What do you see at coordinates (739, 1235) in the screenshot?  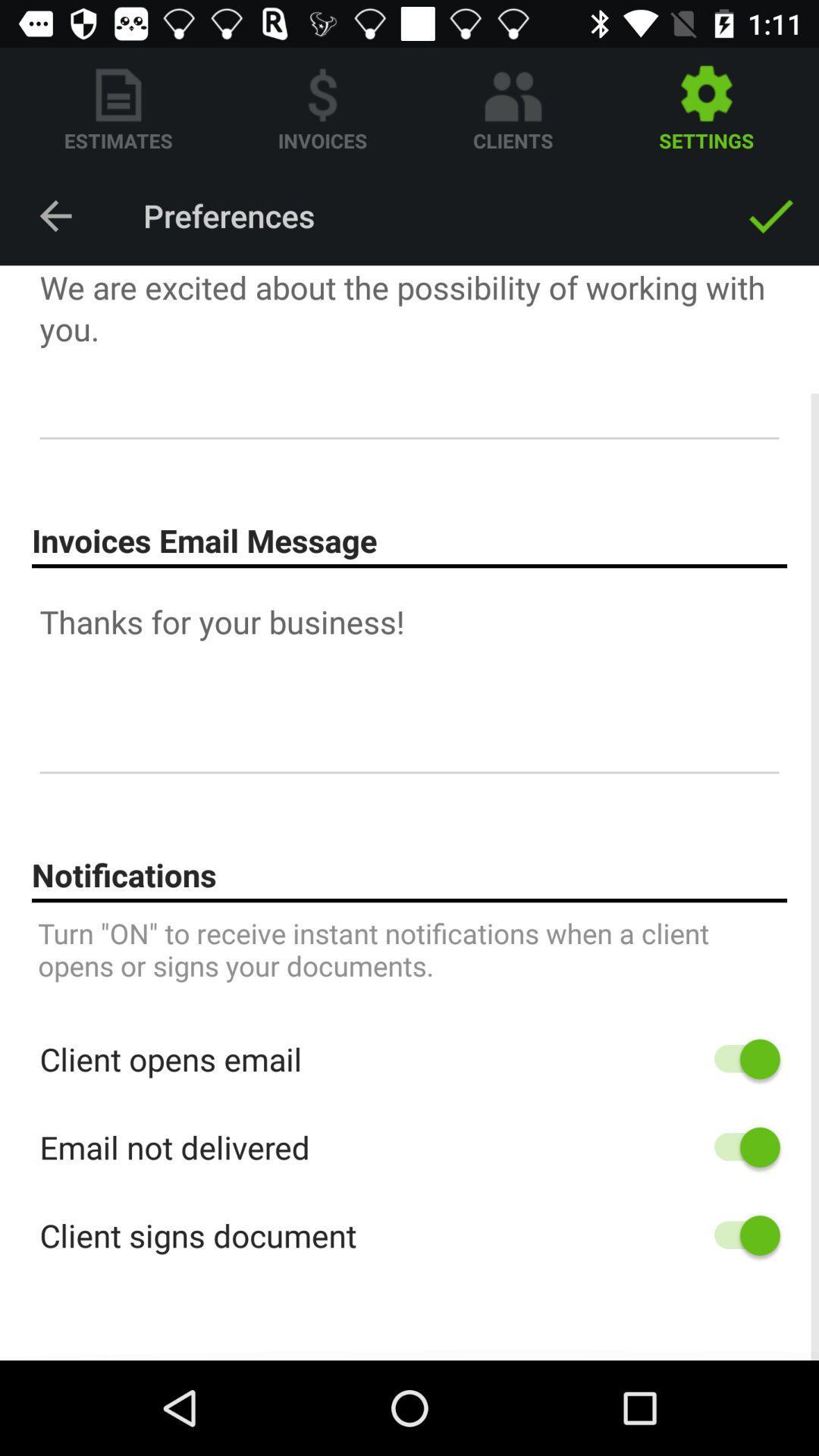 I see `setting` at bounding box center [739, 1235].